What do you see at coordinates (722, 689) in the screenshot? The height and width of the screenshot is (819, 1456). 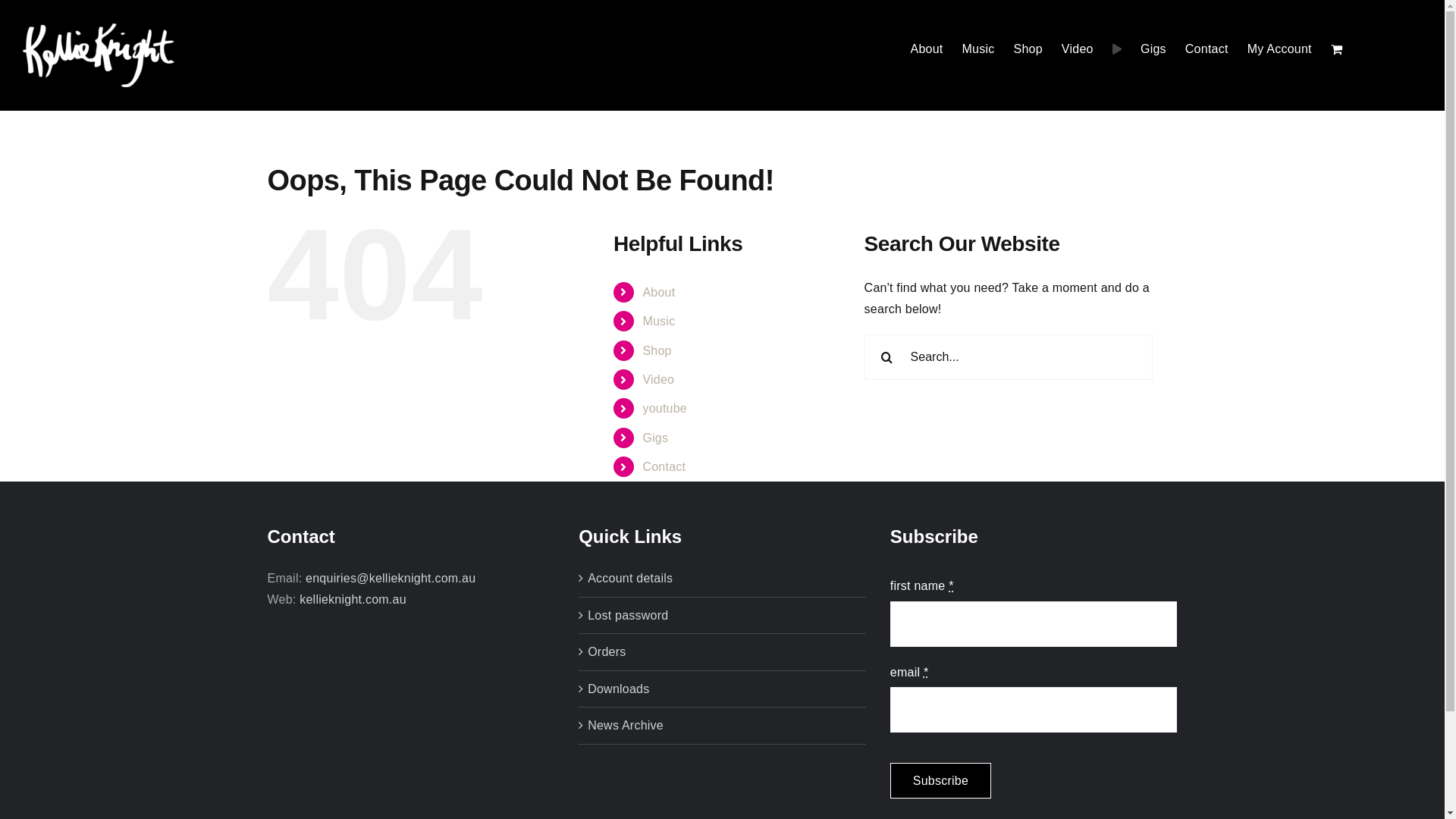 I see `'Downloads'` at bounding box center [722, 689].